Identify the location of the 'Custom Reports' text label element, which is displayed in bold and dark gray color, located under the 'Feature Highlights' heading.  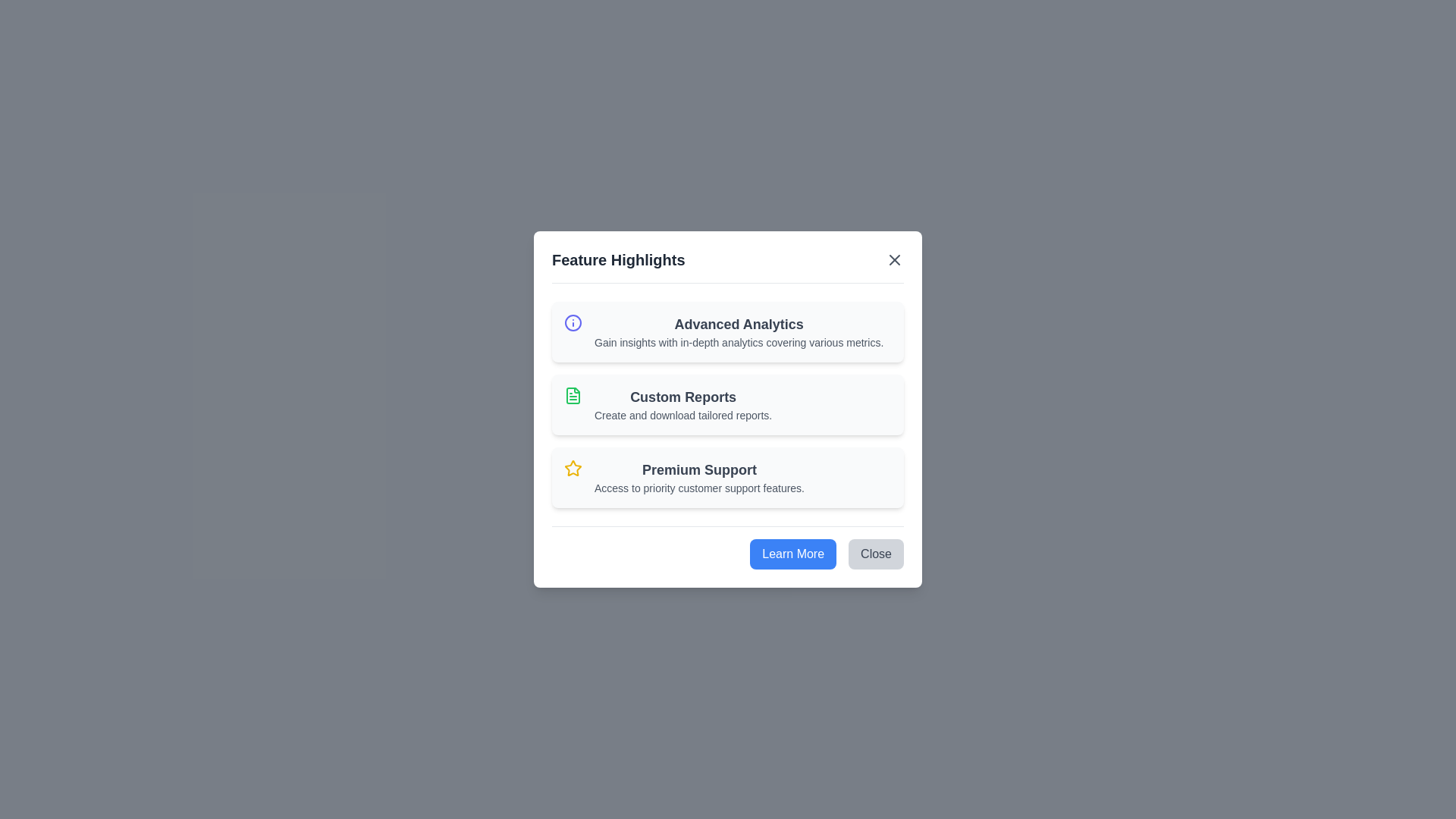
(682, 397).